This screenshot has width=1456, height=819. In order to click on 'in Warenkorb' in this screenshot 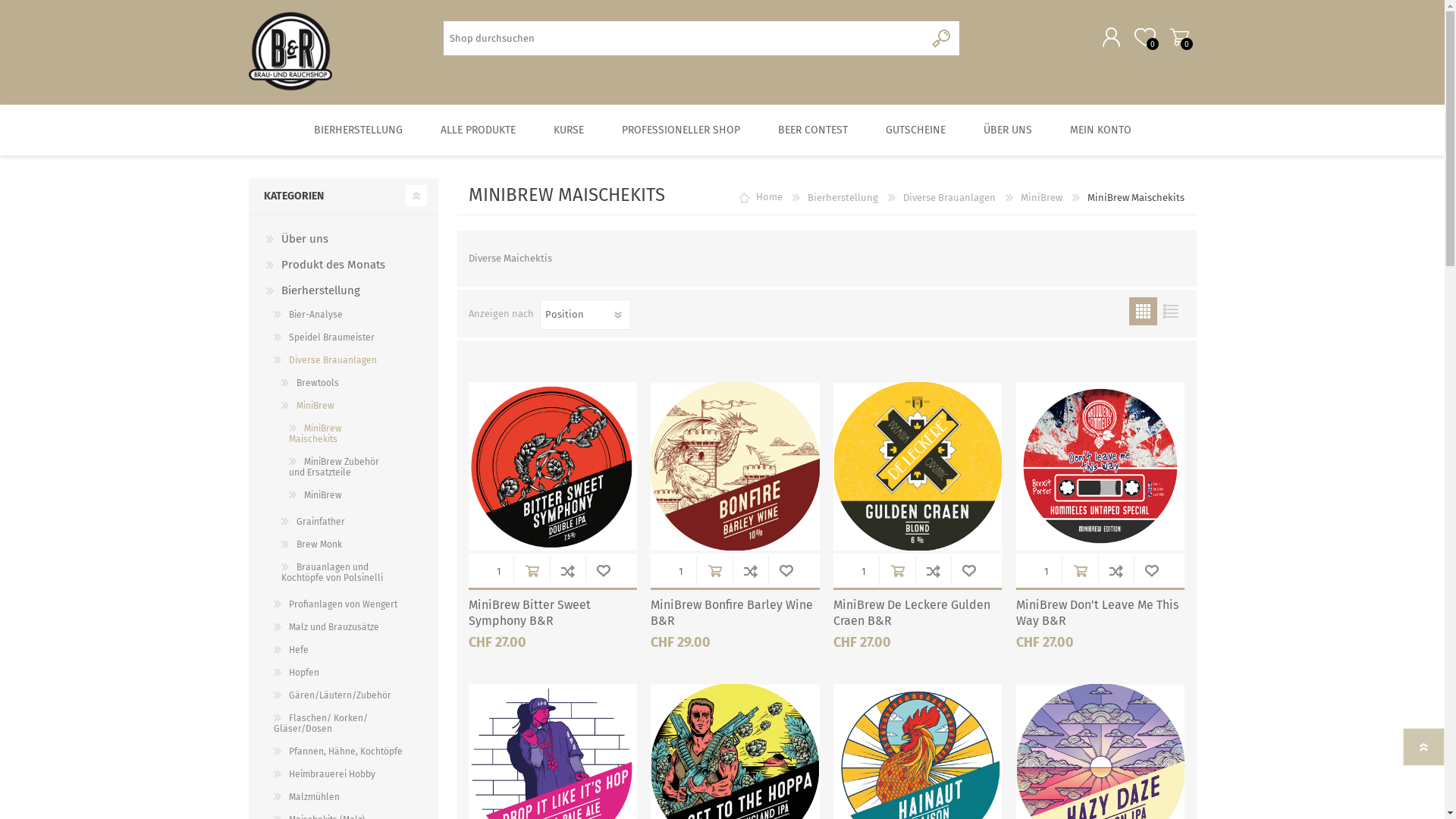, I will do `click(714, 570)`.